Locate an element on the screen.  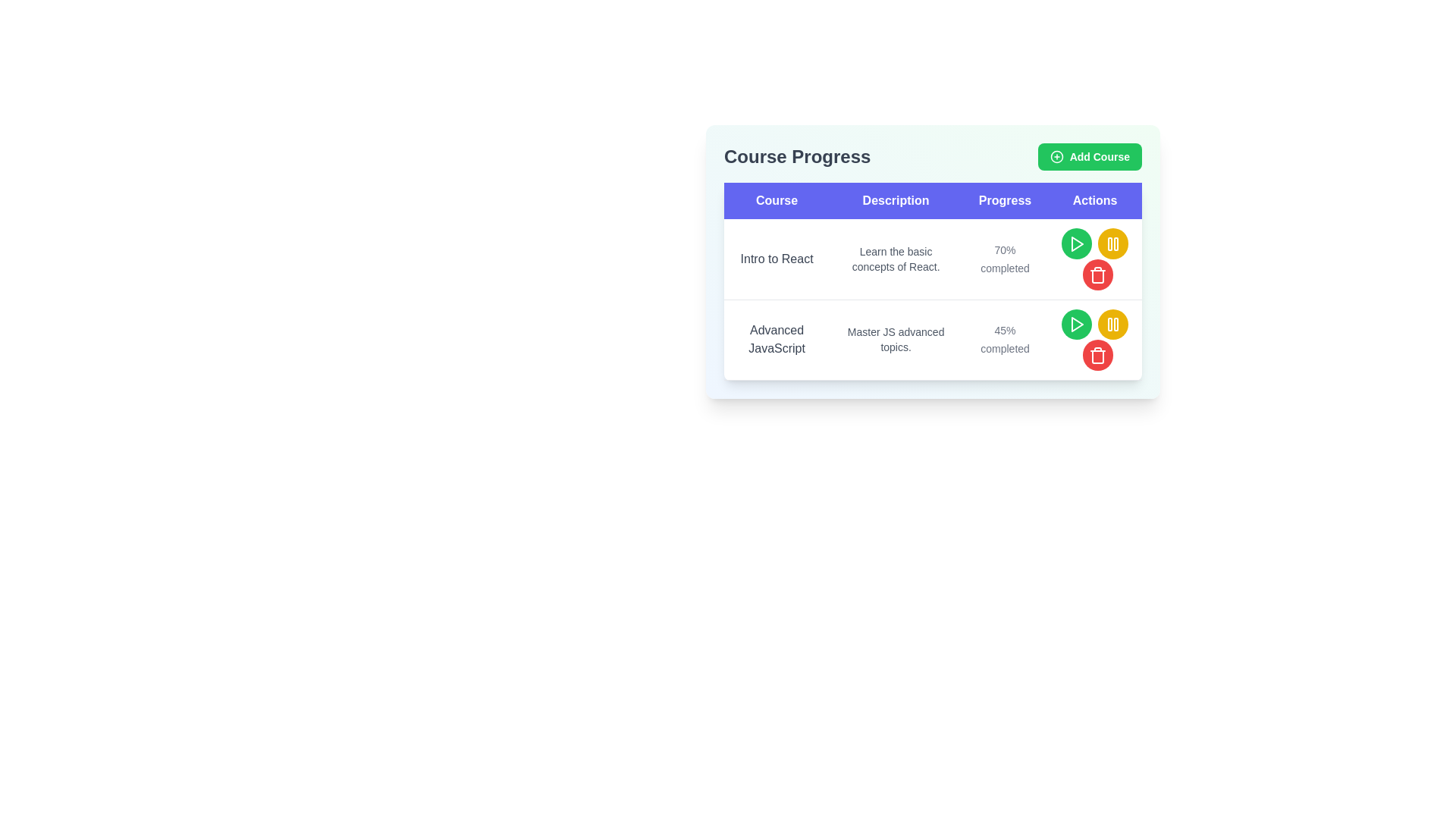
the 'add' icon within the 'Add Course' button located at the top-right corner of the 'Course Progress' section is located at coordinates (1056, 157).